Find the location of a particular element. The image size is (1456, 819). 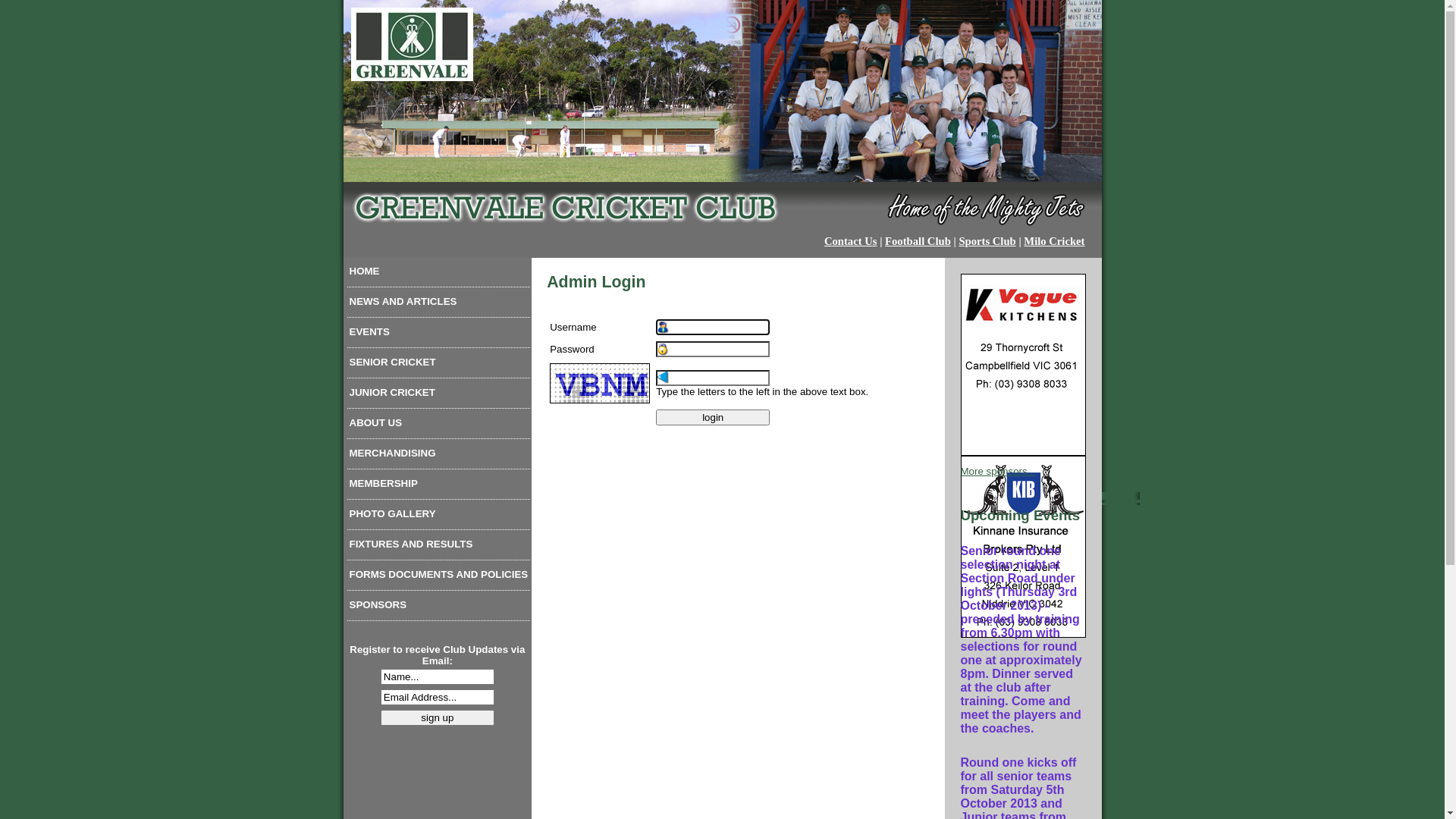

'Sports Club' is located at coordinates (987, 240).